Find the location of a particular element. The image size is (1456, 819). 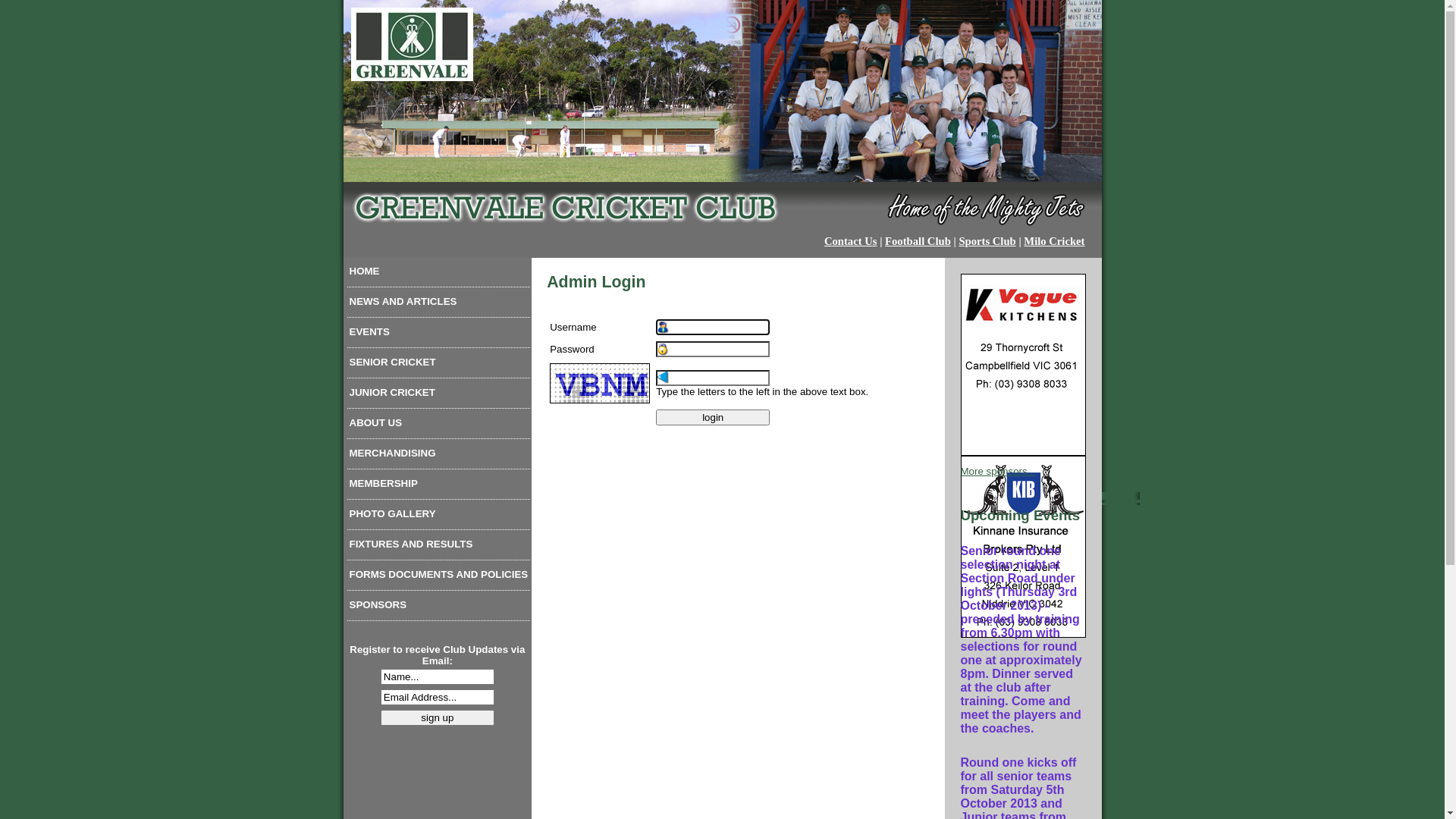

'Sports Club' is located at coordinates (987, 240).